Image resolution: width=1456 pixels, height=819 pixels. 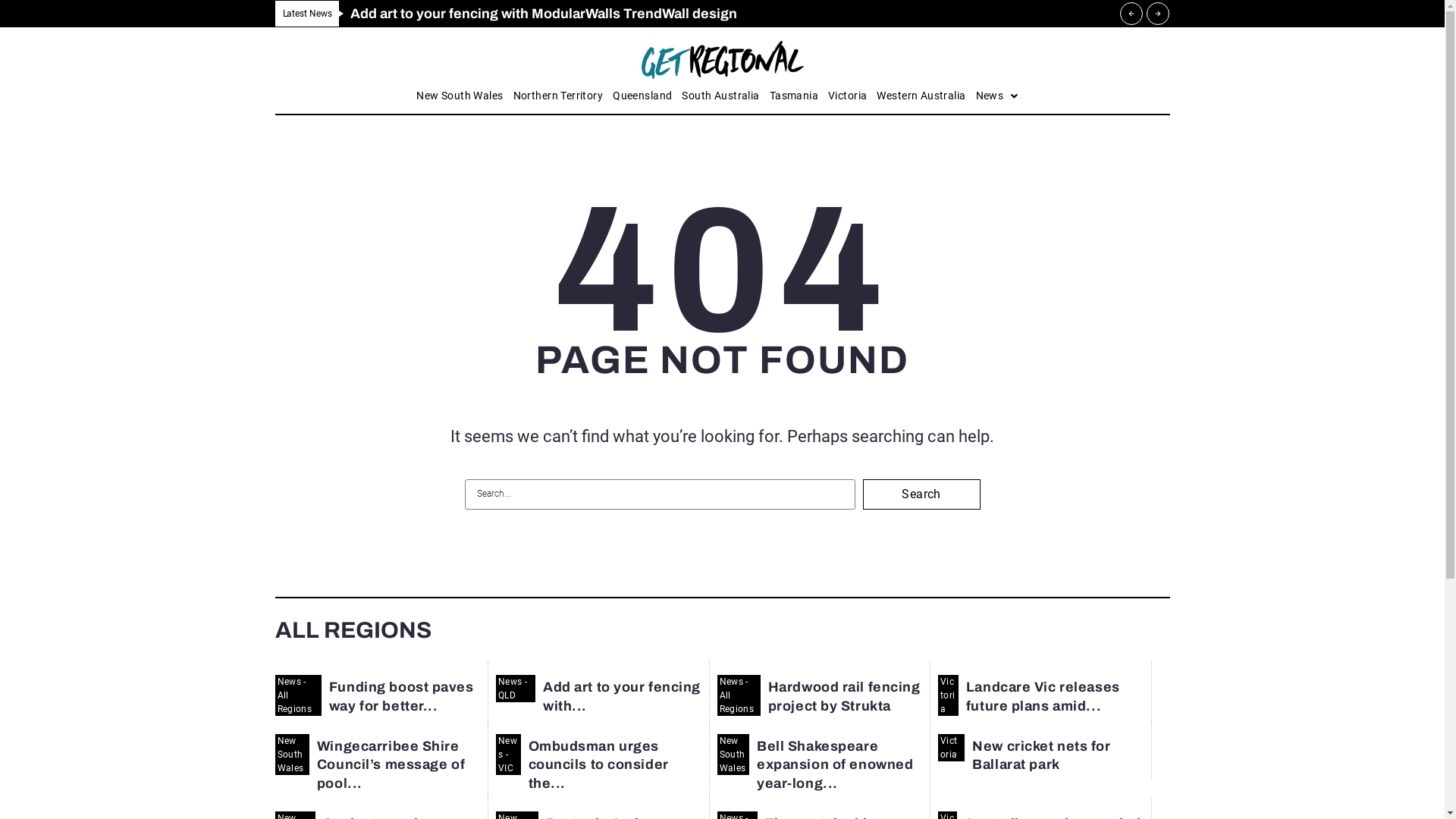 What do you see at coordinates (516, 688) in the screenshot?
I see `'News - QLD'` at bounding box center [516, 688].